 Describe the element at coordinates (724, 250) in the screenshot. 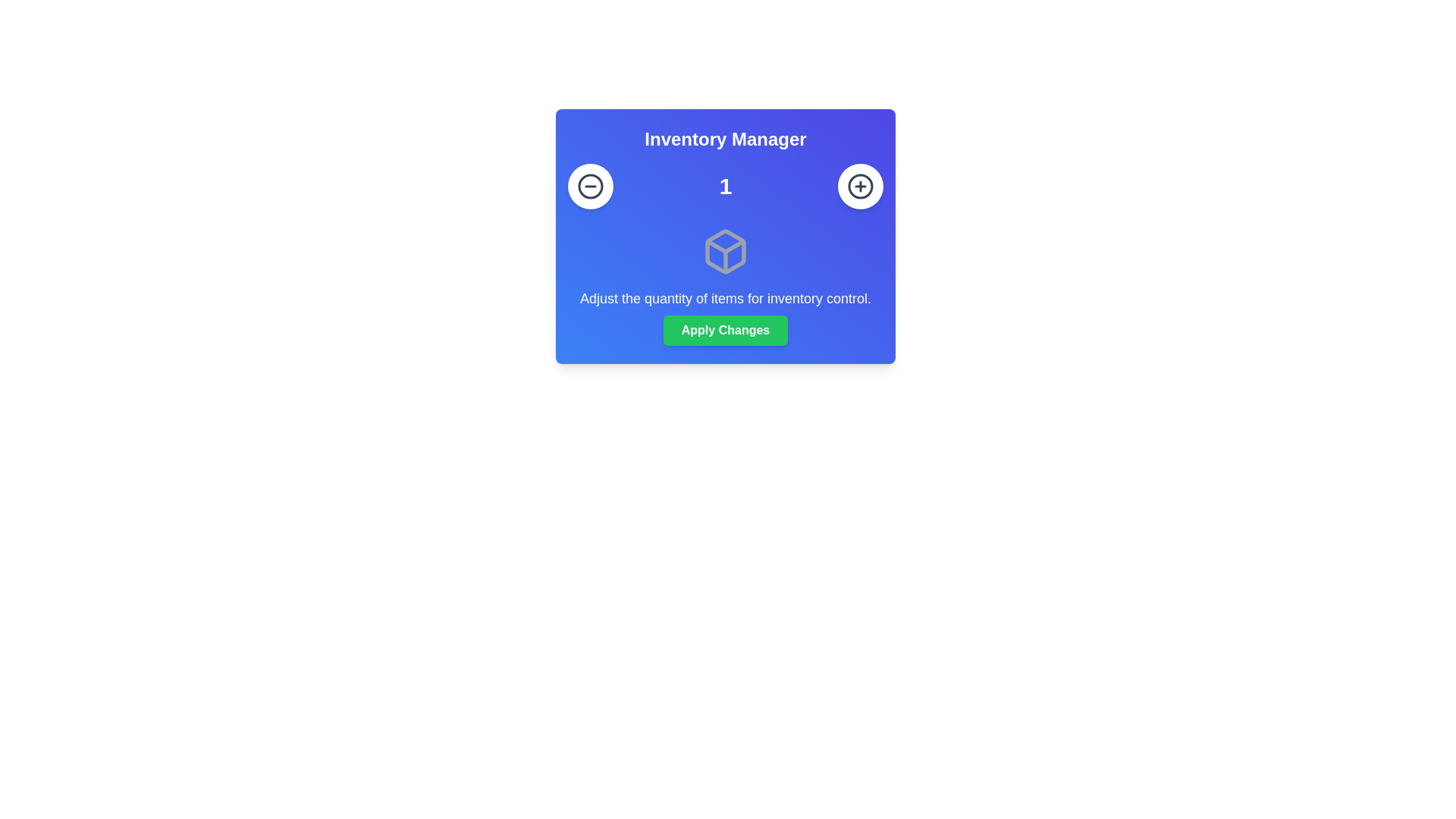

I see `the cube-like icon that symbolizes items or inventory, positioned below the number '1' and above the text 'Adjust the quantity of items for inventory control.'` at that location.